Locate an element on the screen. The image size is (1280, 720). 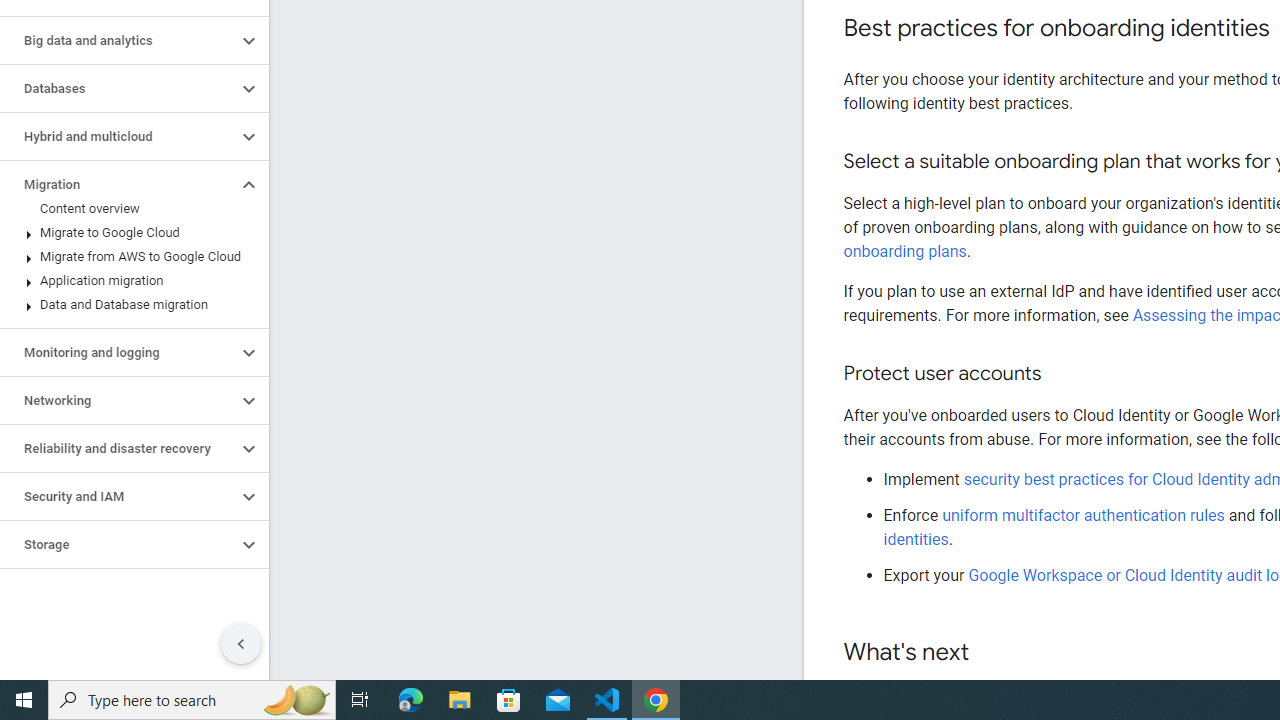
'Monitoring and logging' is located at coordinates (117, 352).